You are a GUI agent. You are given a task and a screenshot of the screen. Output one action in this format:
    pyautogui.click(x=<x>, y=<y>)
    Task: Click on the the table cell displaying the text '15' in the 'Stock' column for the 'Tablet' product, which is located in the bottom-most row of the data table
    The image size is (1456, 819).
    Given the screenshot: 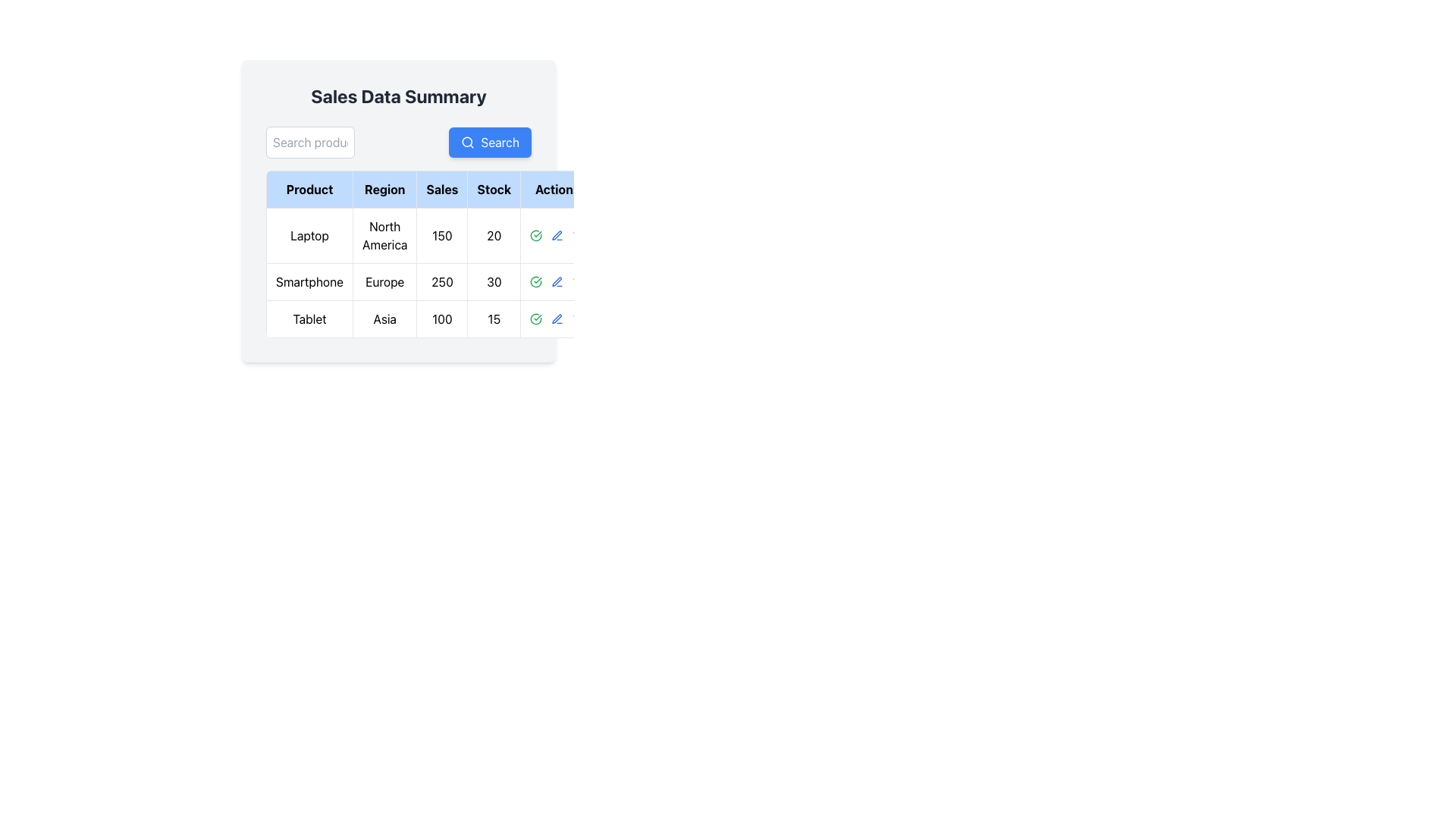 What is the action you would take?
    pyautogui.click(x=494, y=318)
    